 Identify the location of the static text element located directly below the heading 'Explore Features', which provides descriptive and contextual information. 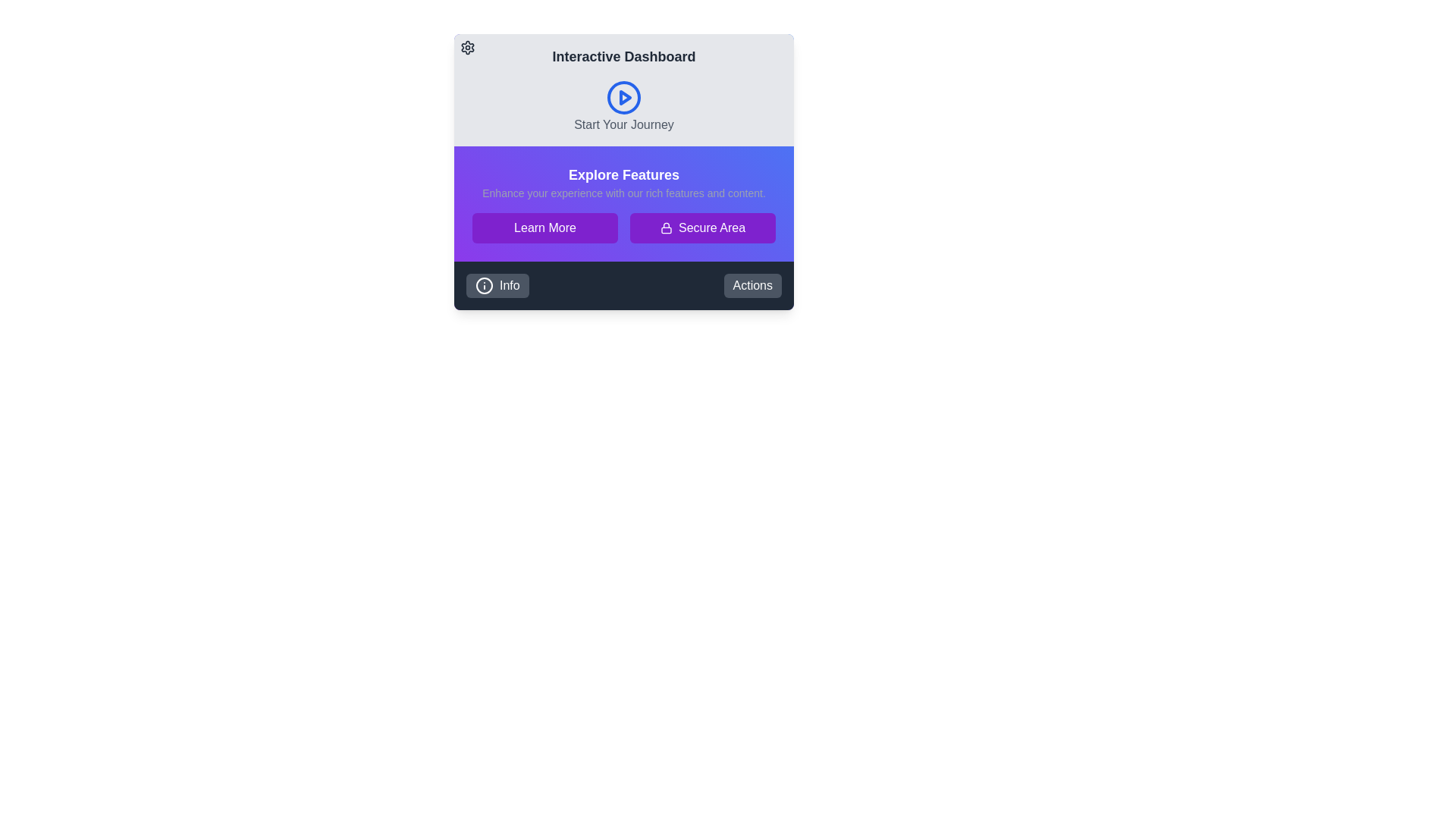
(623, 192).